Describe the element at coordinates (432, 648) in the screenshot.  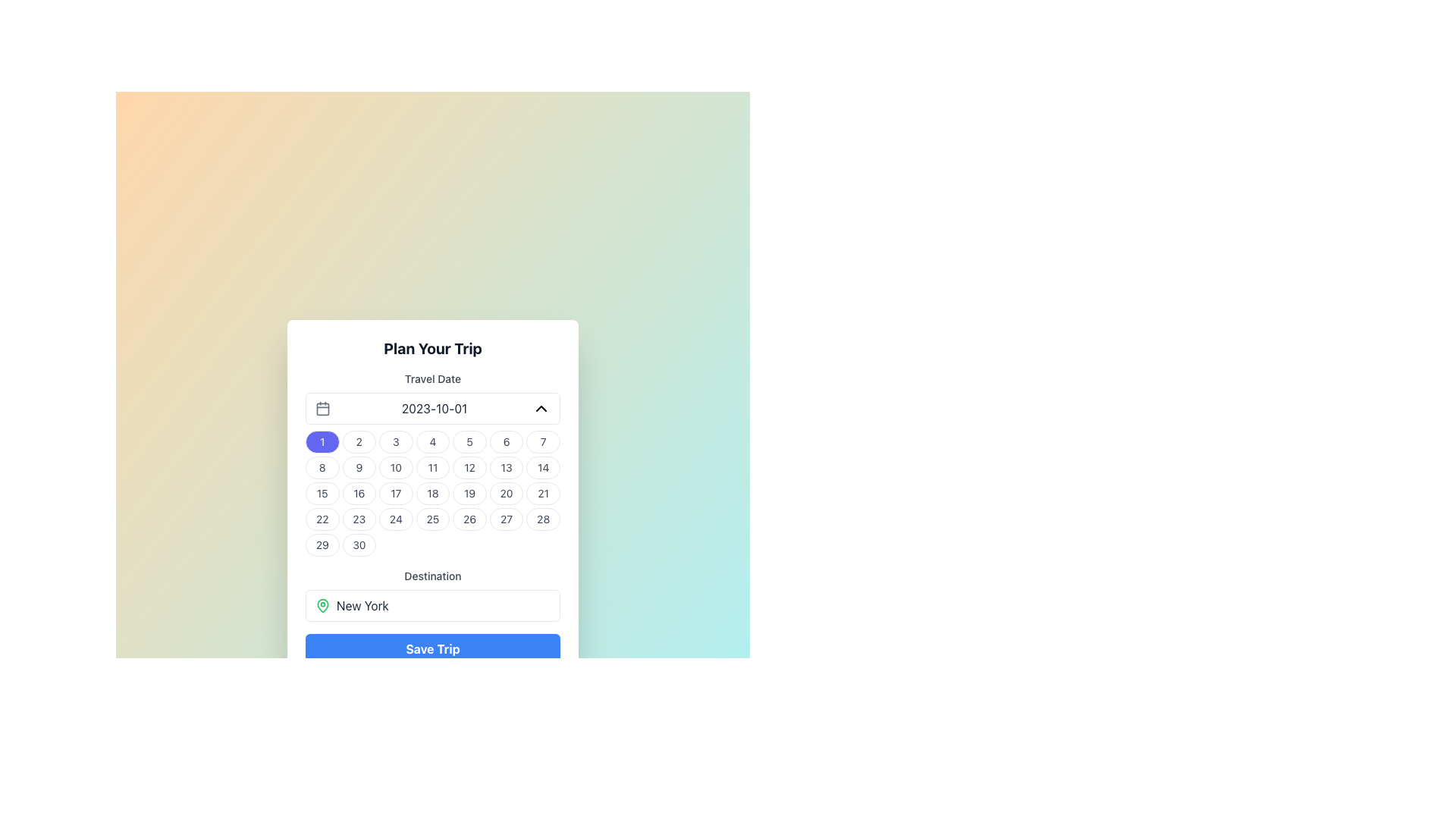
I see `the save button located at the bottom of the form to store the trip information entered` at that location.